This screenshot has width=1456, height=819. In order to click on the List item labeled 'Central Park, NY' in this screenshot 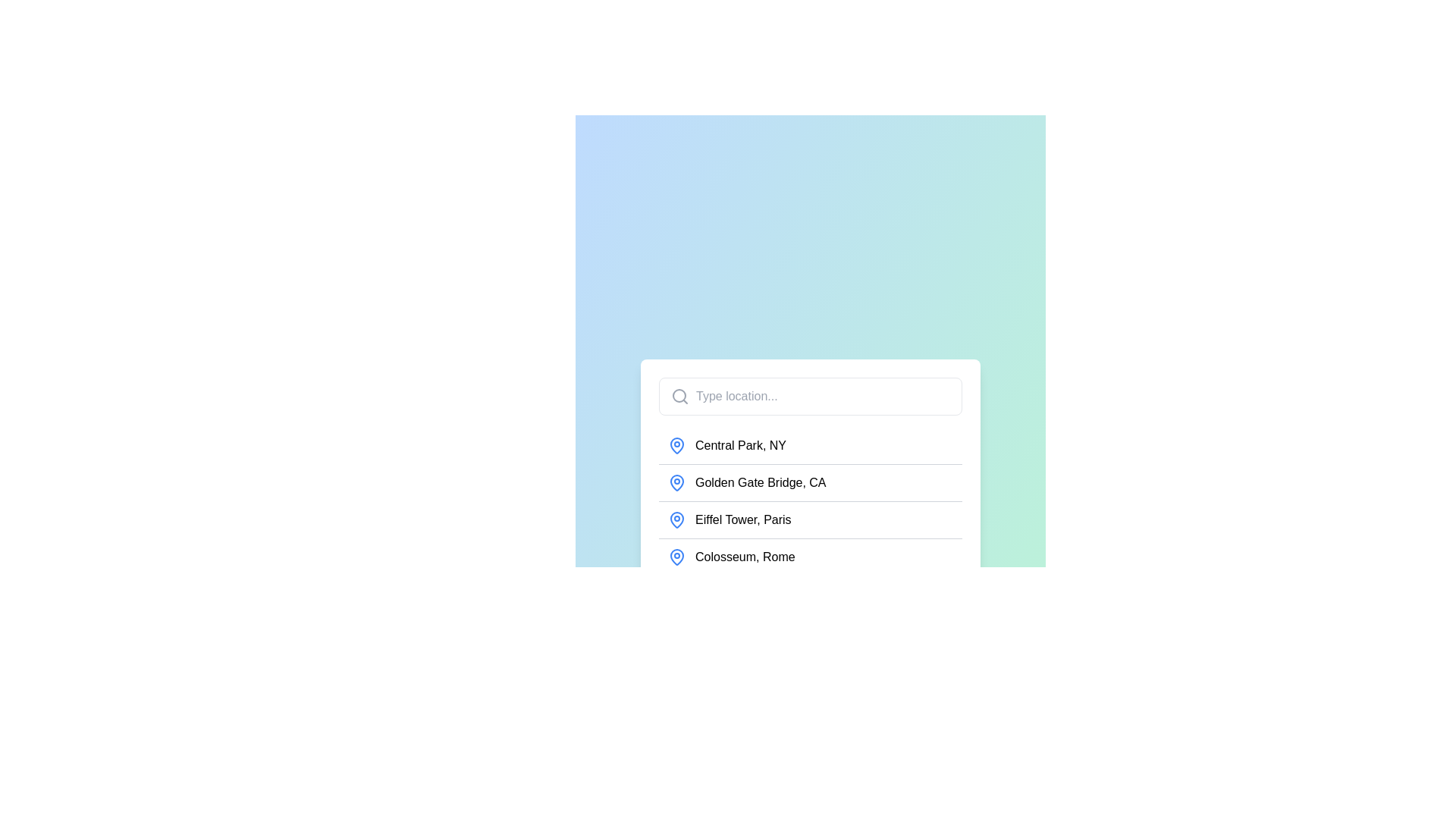, I will do `click(810, 444)`.